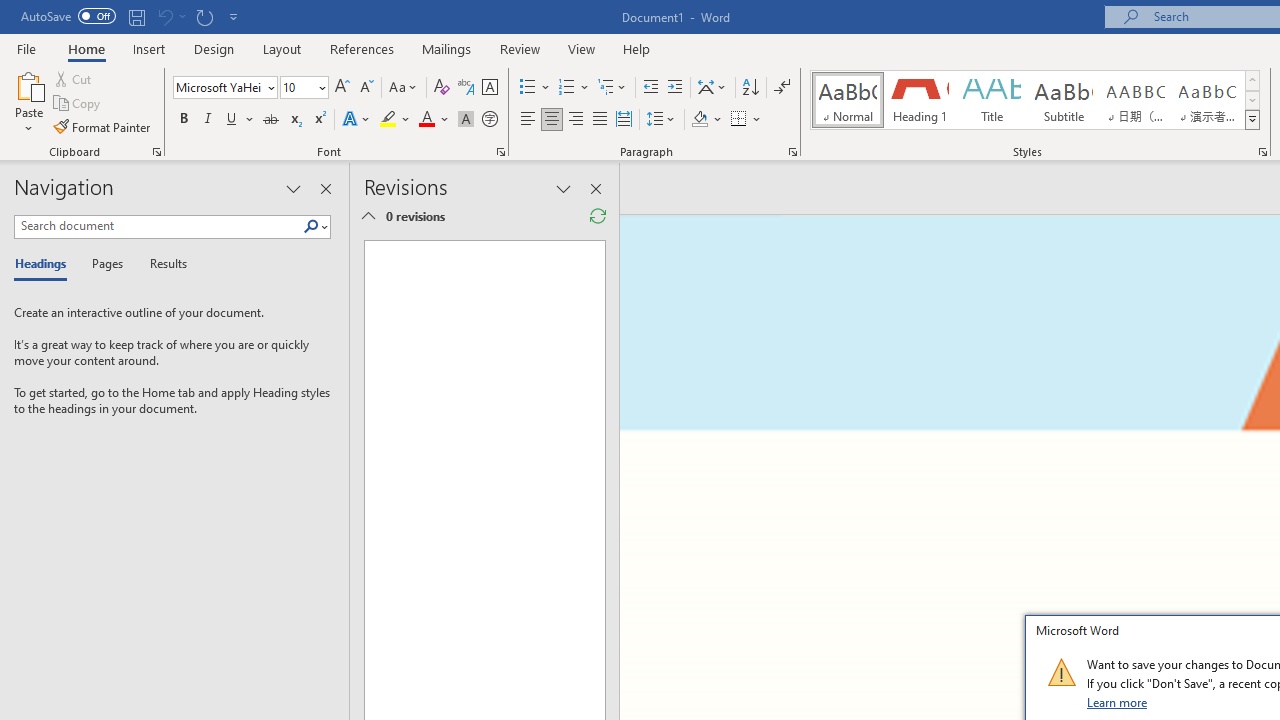 The width and height of the screenshot is (1280, 720). I want to click on 'Shading RGB(0, 0, 0)', so click(699, 119).